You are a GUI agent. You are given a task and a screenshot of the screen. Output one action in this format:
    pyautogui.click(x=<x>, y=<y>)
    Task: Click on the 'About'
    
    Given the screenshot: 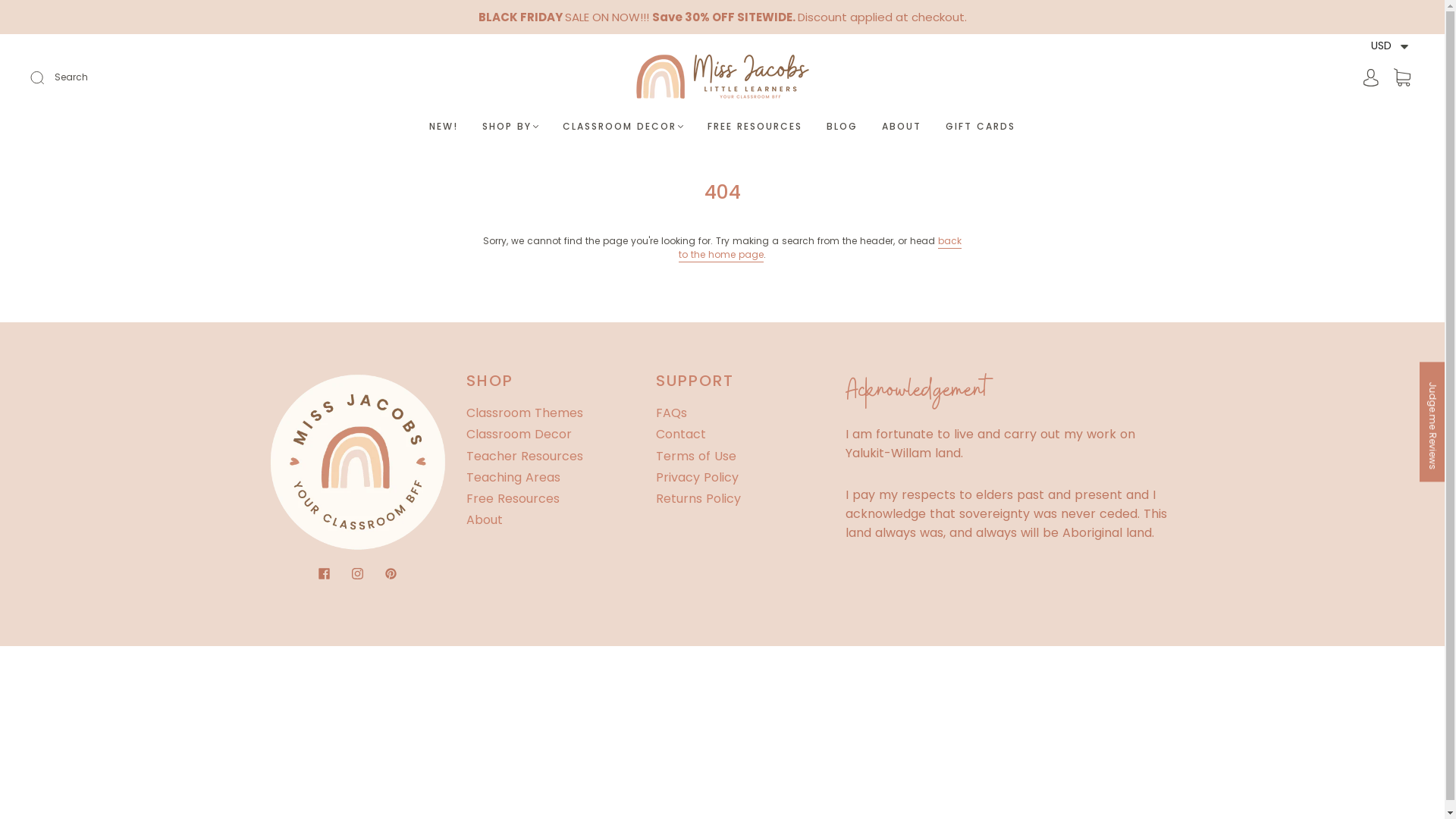 What is the action you would take?
    pyautogui.click(x=483, y=519)
    